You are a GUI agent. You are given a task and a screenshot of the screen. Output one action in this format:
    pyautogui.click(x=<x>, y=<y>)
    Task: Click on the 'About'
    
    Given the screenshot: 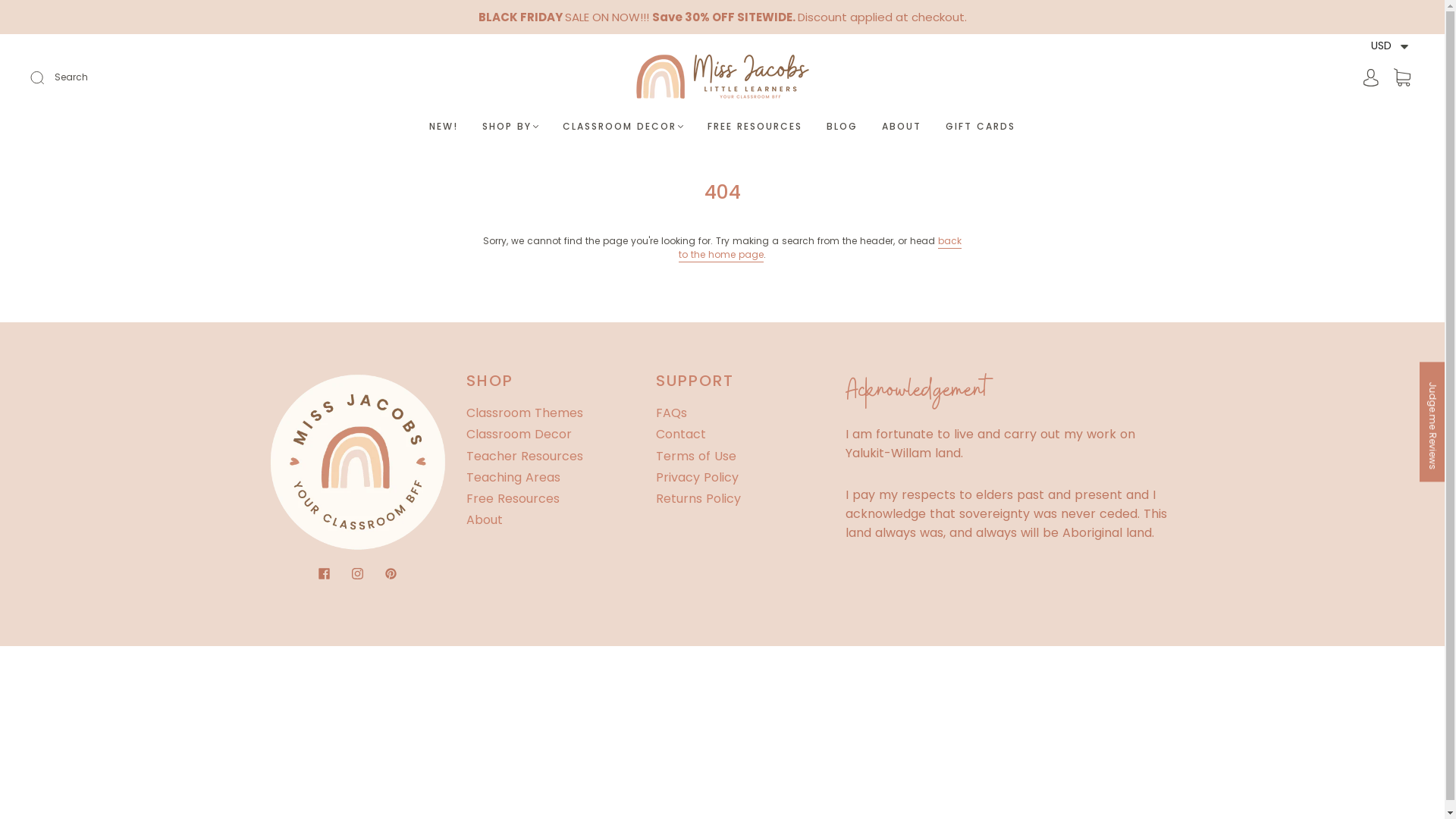 What is the action you would take?
    pyautogui.click(x=483, y=519)
    